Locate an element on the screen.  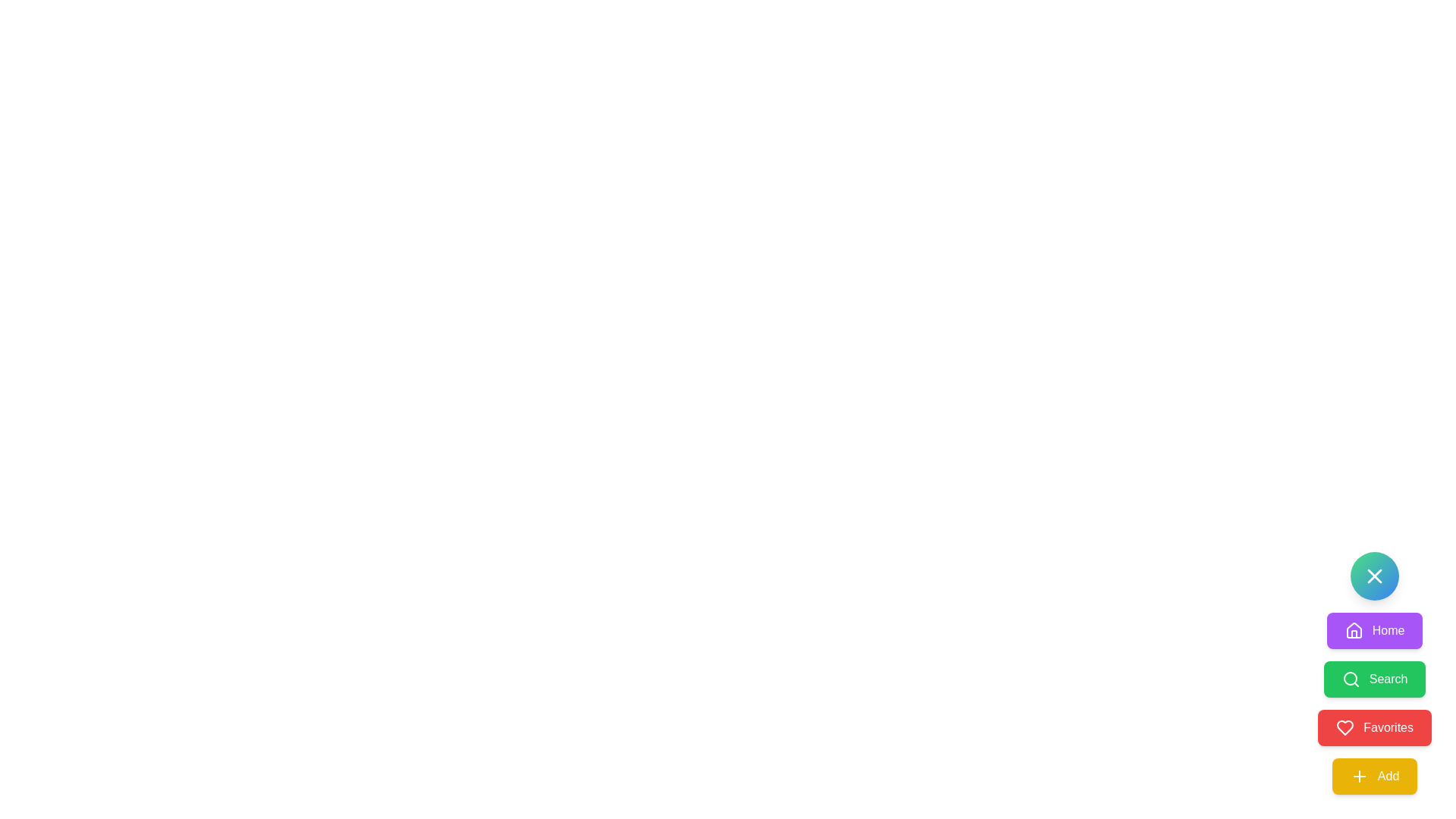
the close or cancel icon located at the top center of the circular button above the vertical collection of buttons labeled 'Home', 'Search', 'Favorites', and 'Add' is located at coordinates (1375, 576).